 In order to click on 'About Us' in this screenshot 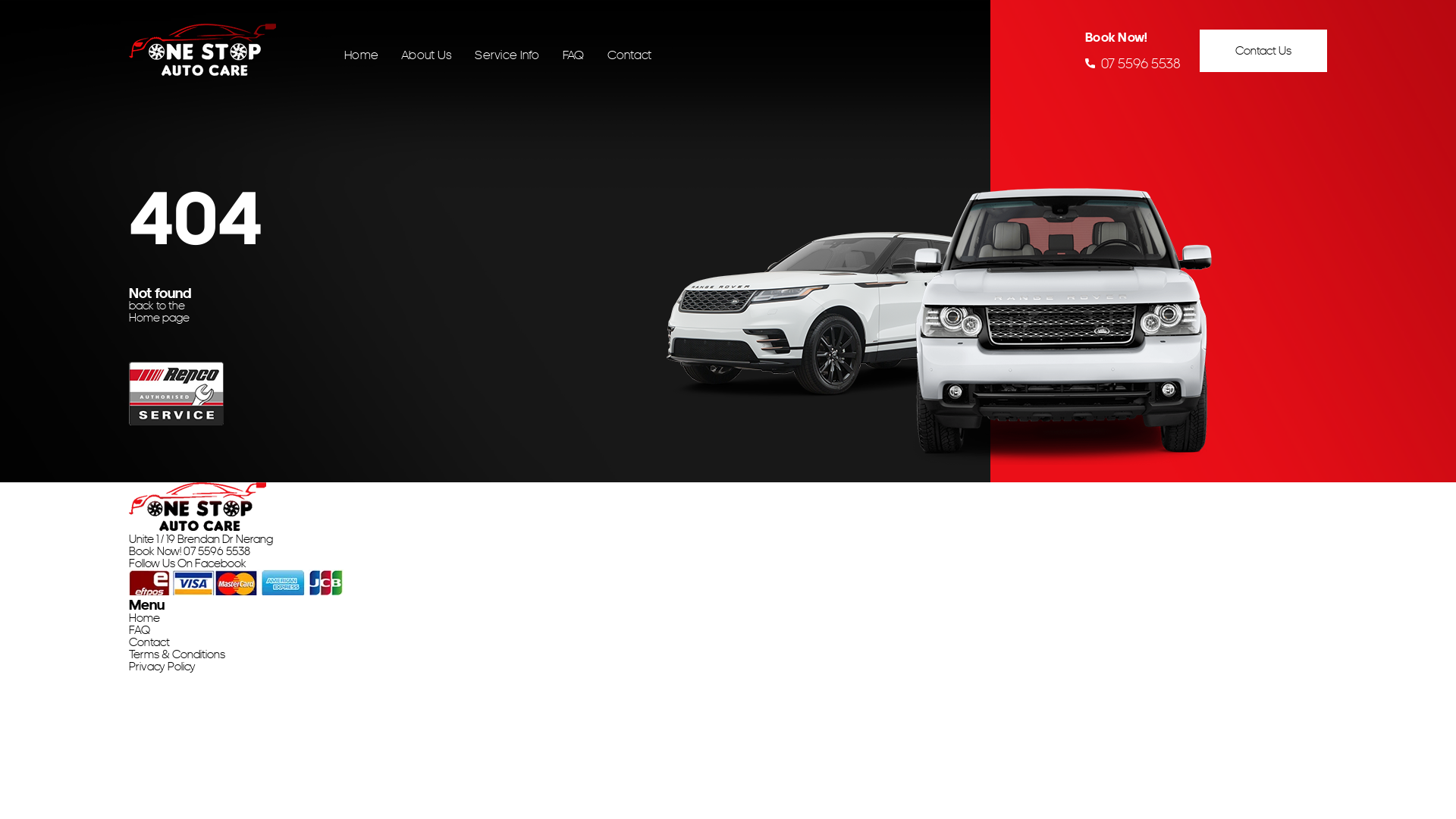, I will do `click(400, 54)`.